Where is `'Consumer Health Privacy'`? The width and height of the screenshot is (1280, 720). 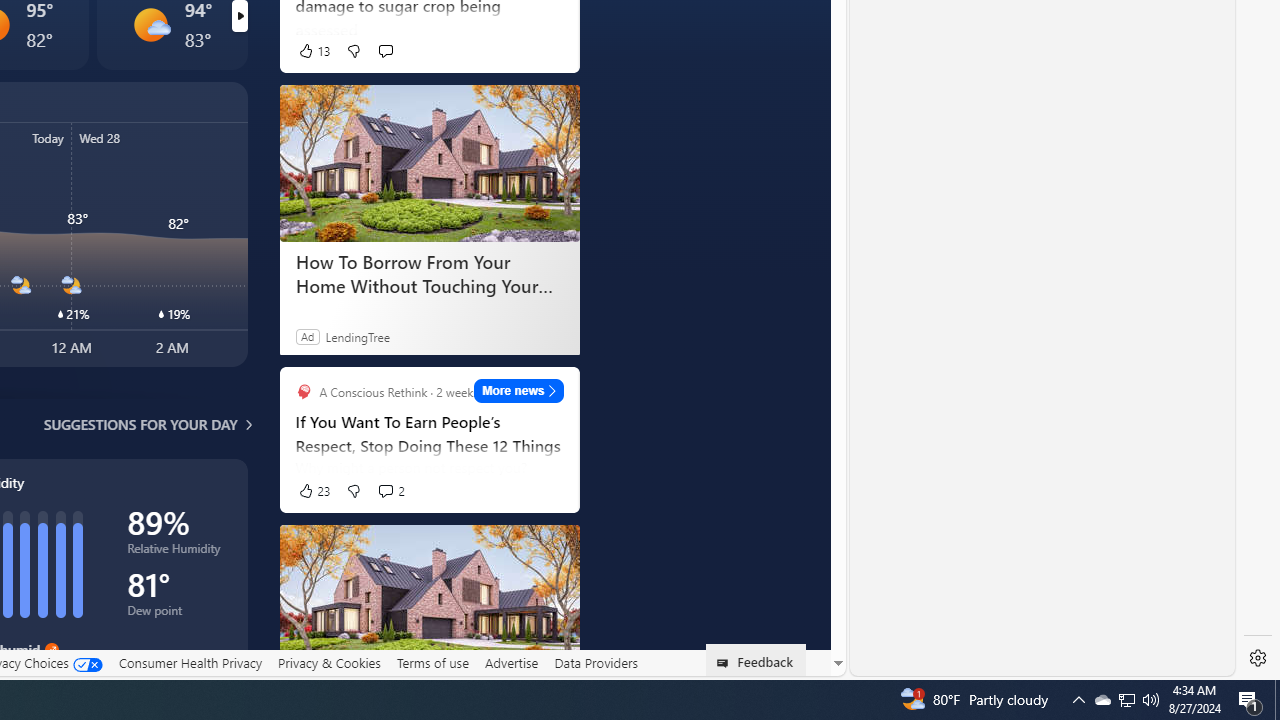
'Consumer Health Privacy' is located at coordinates (190, 662).